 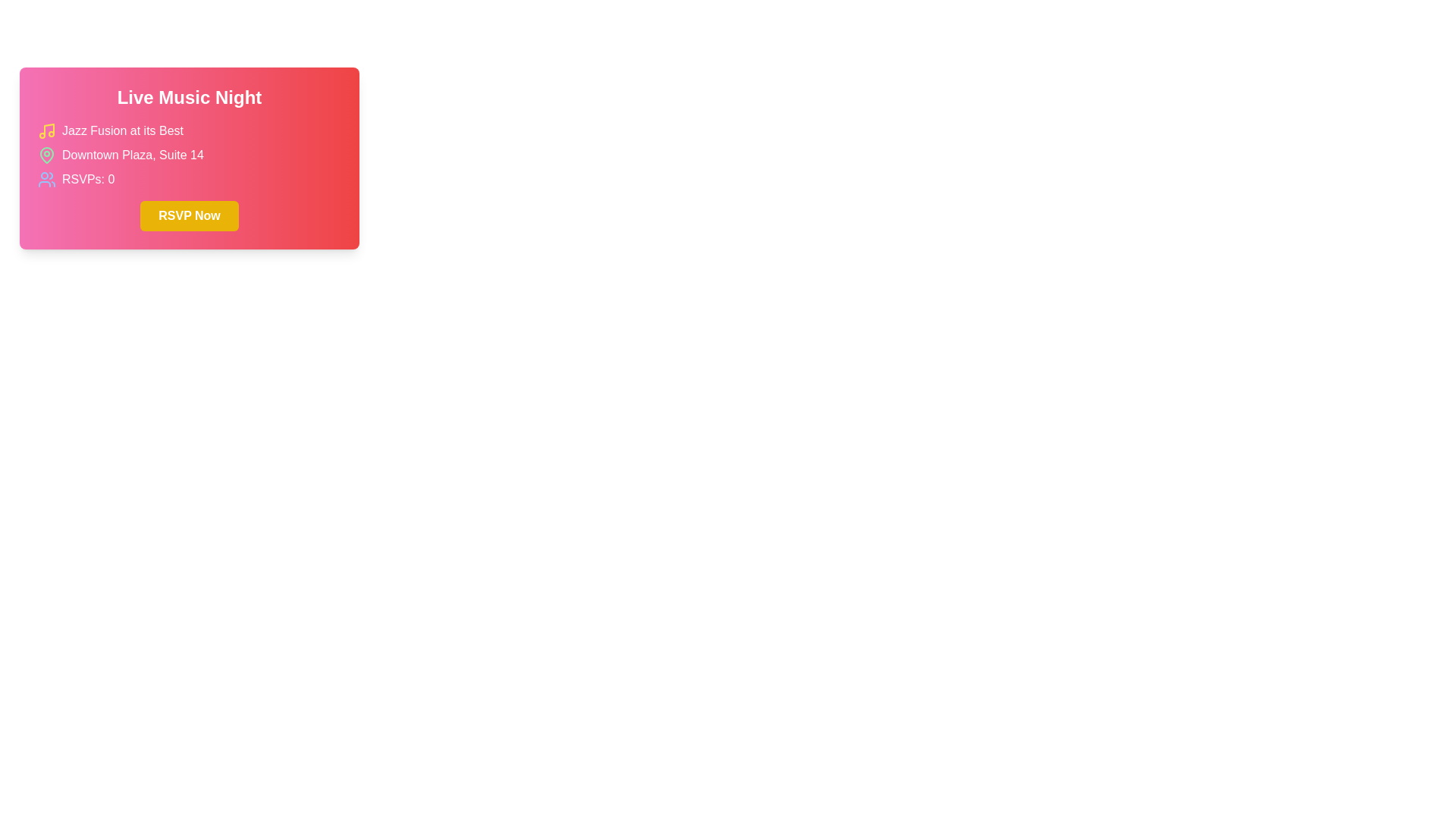 I want to click on the vibrant yellow 'RSVP Now' button located at the bottom center of the event information card to RSVP for the event, so click(x=188, y=216).